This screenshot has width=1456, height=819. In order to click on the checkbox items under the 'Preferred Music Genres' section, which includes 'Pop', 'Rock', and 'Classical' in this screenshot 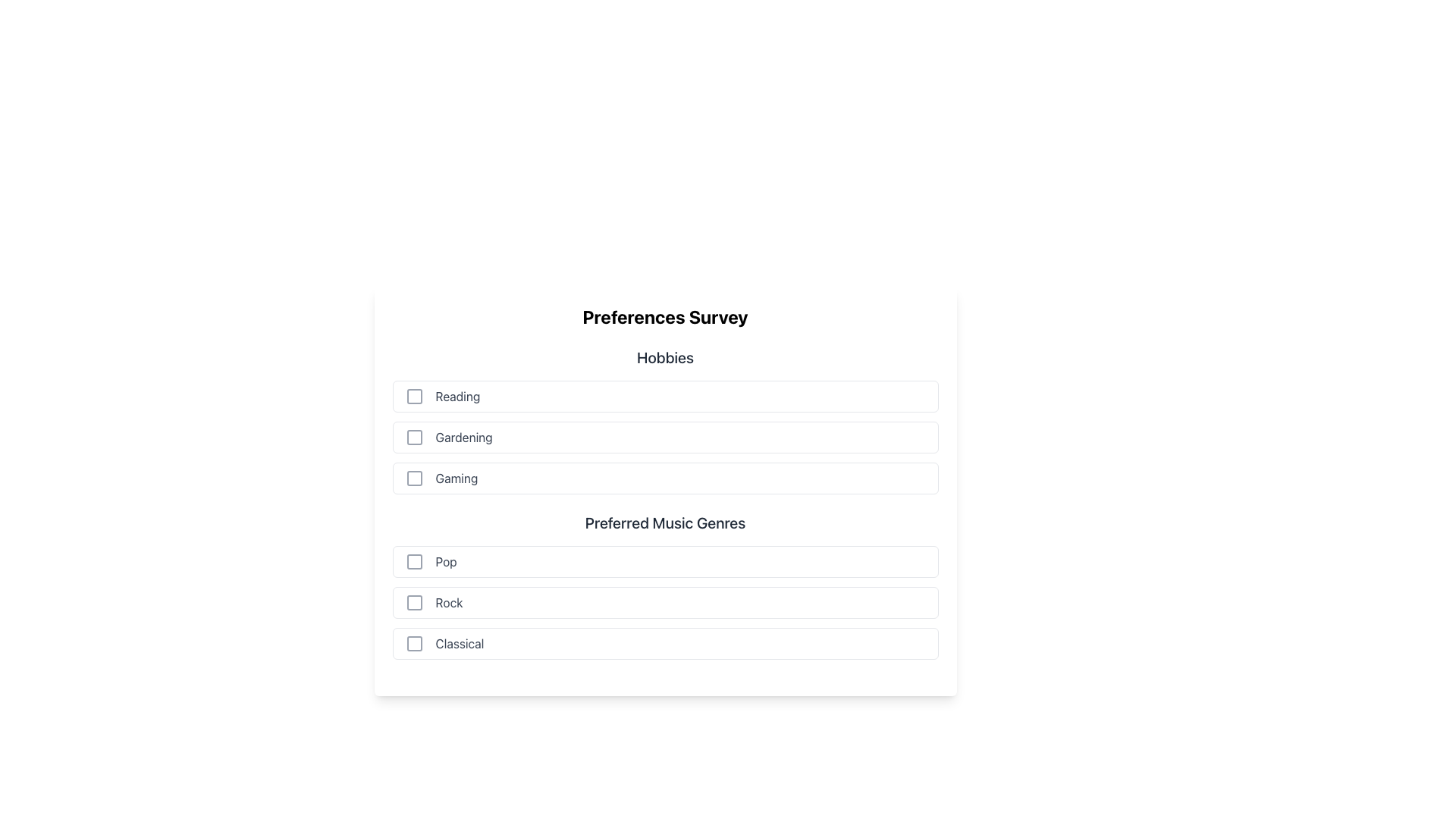, I will do `click(665, 585)`.